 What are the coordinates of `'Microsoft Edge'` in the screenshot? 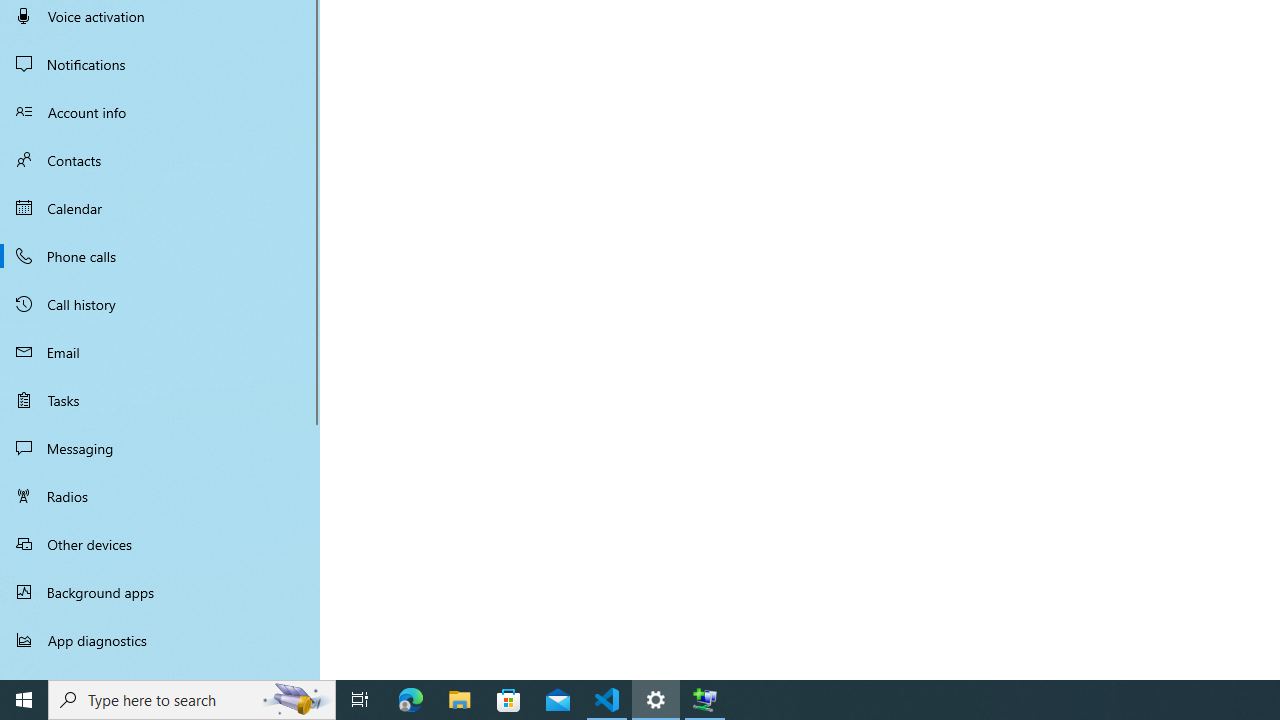 It's located at (410, 698).